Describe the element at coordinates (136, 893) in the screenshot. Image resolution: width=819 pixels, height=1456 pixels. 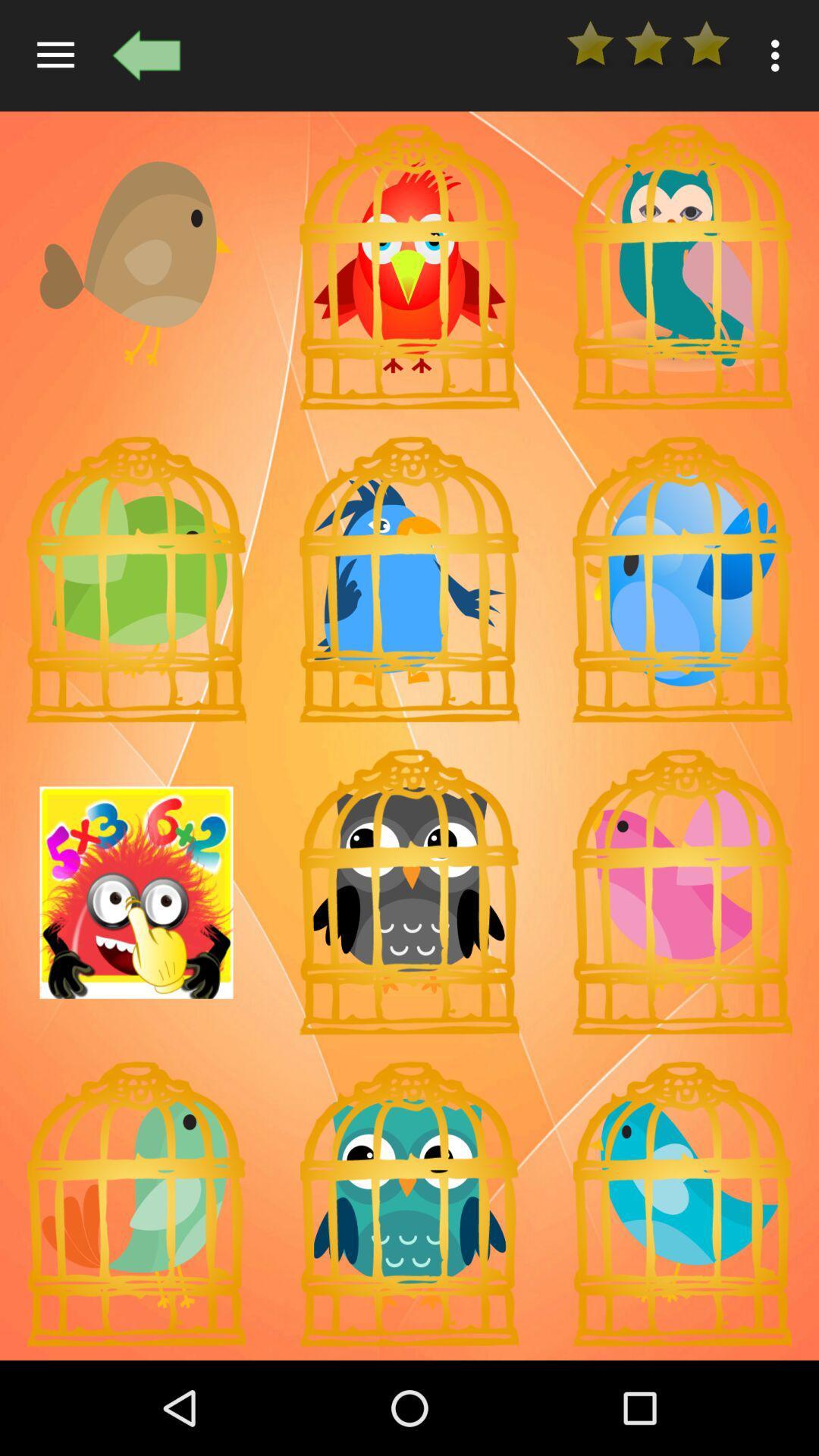
I see `click more the images` at that location.